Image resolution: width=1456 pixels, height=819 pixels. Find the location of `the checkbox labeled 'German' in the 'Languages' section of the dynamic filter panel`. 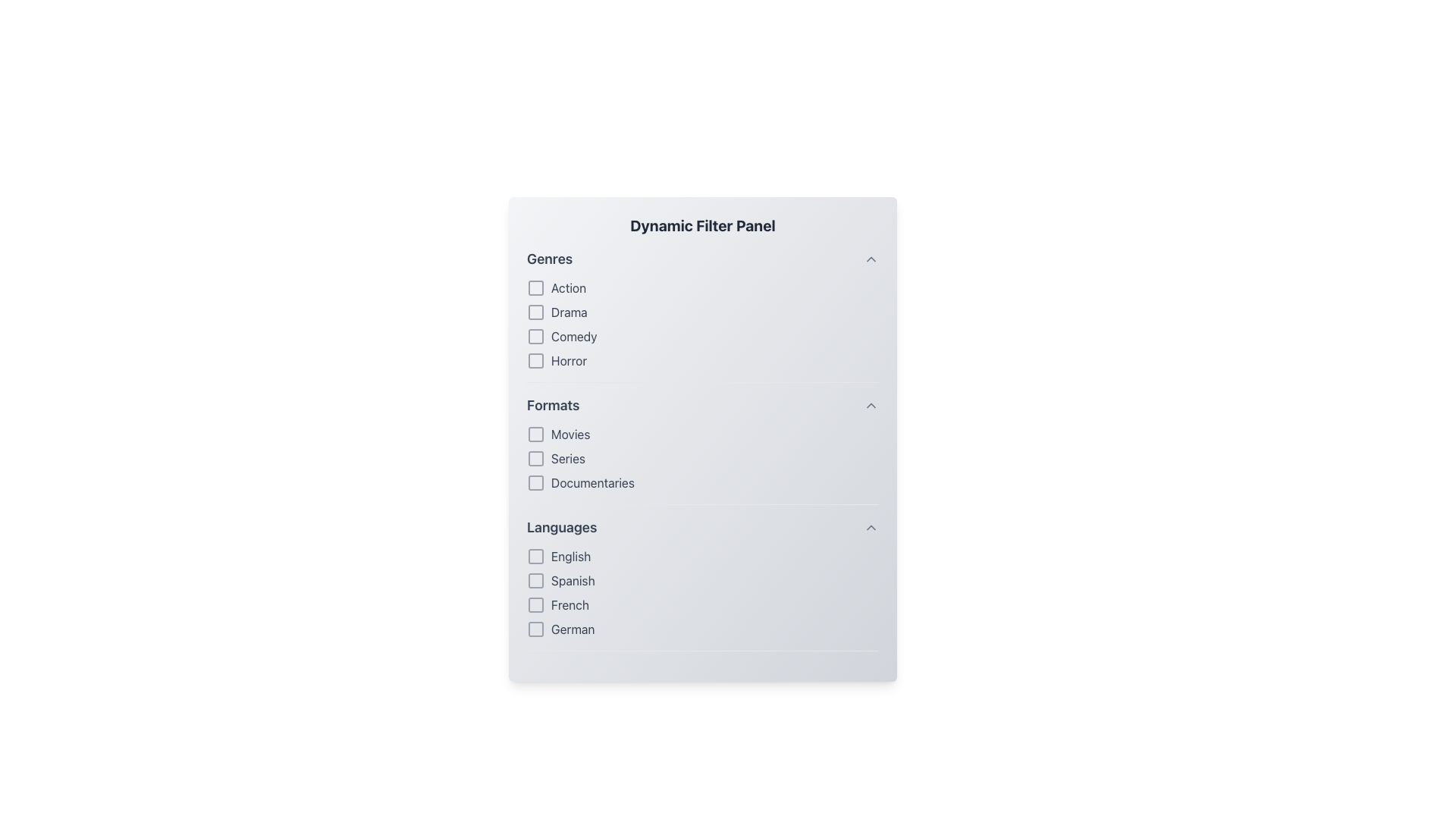

the checkbox labeled 'German' in the 'Languages' section of the dynamic filter panel is located at coordinates (535, 629).